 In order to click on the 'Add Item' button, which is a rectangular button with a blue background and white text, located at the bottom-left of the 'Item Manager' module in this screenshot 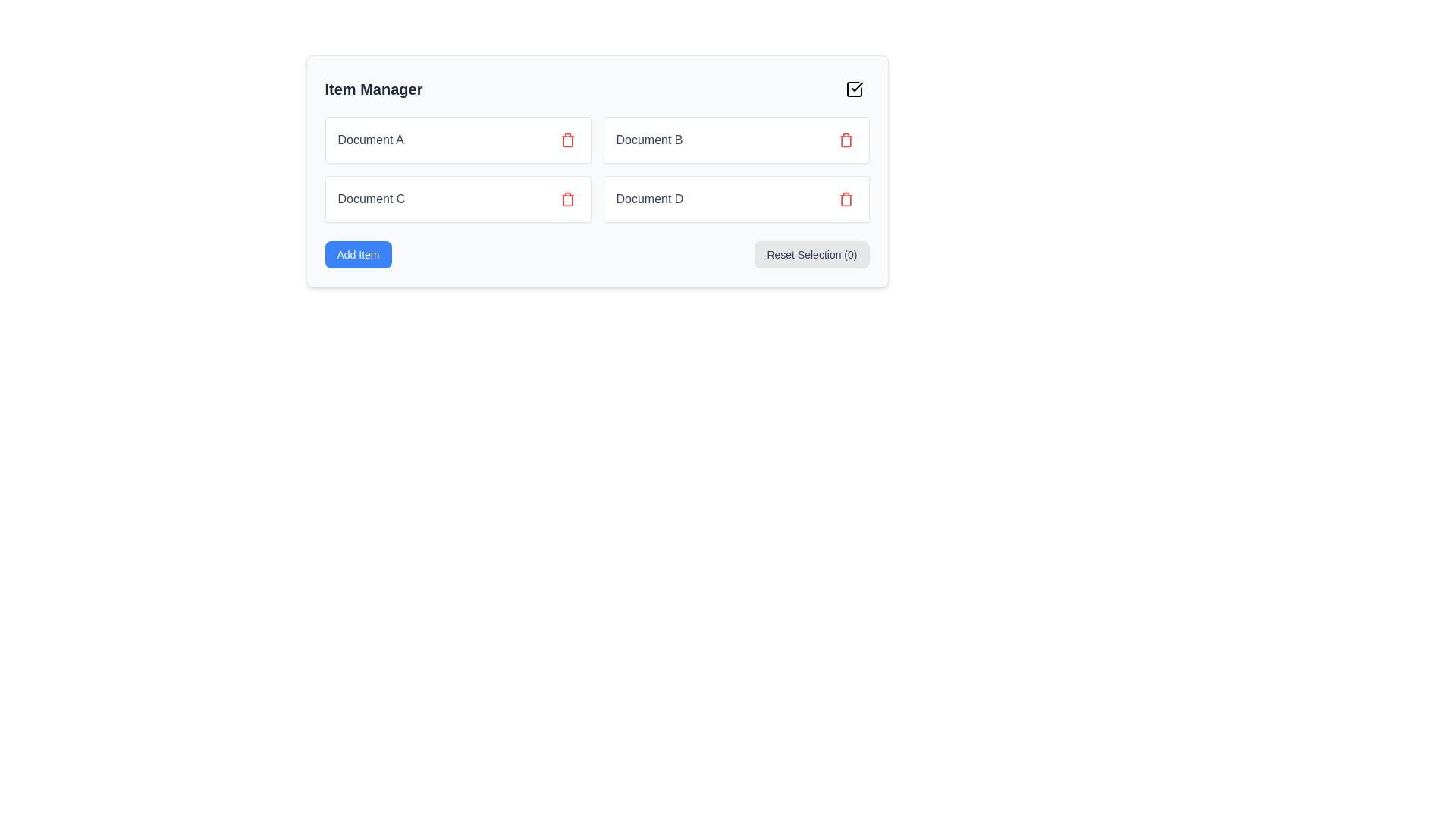, I will do `click(357, 253)`.